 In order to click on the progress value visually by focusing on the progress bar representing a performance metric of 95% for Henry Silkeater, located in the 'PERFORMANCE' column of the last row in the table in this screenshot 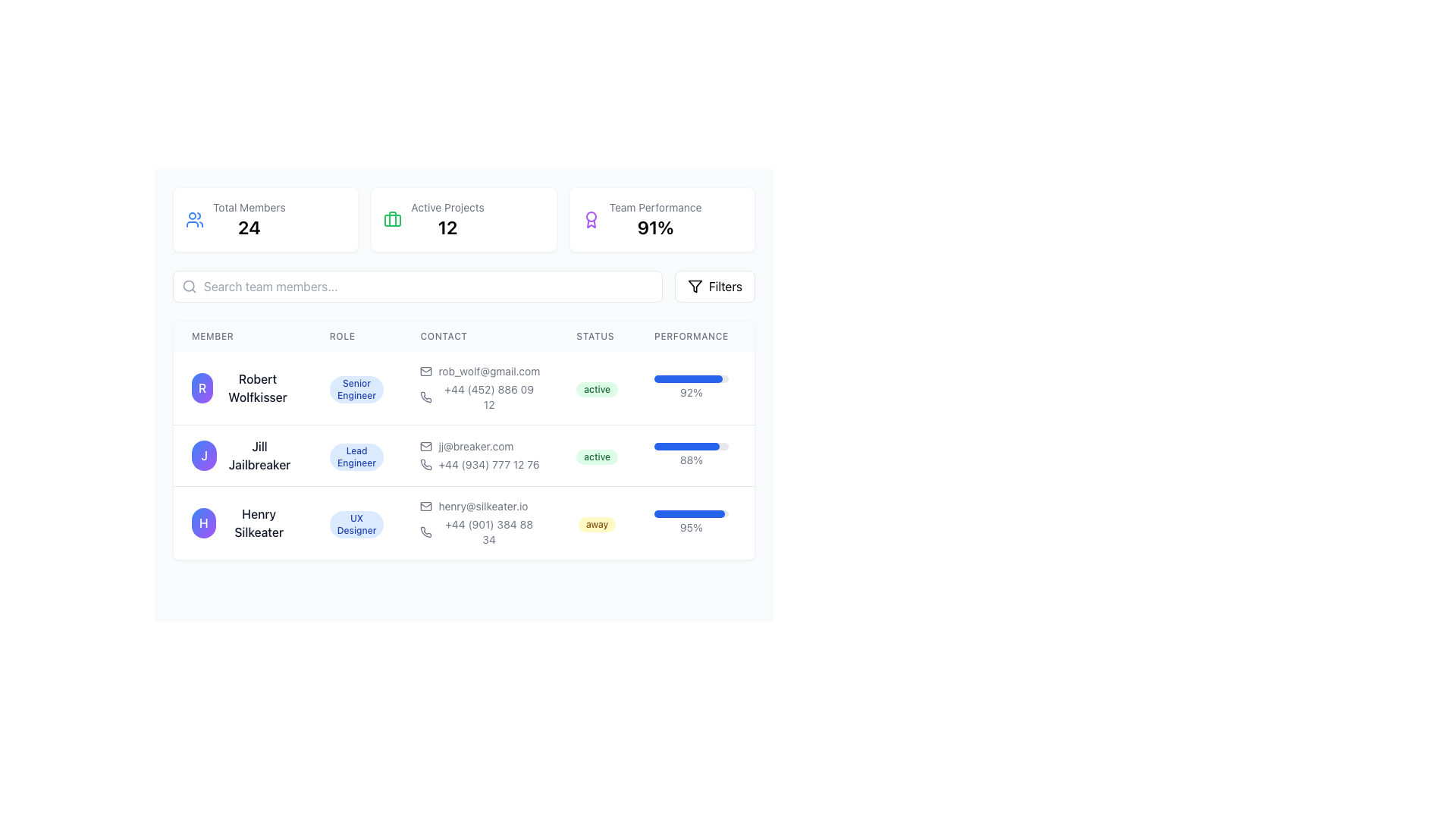, I will do `click(691, 513)`.